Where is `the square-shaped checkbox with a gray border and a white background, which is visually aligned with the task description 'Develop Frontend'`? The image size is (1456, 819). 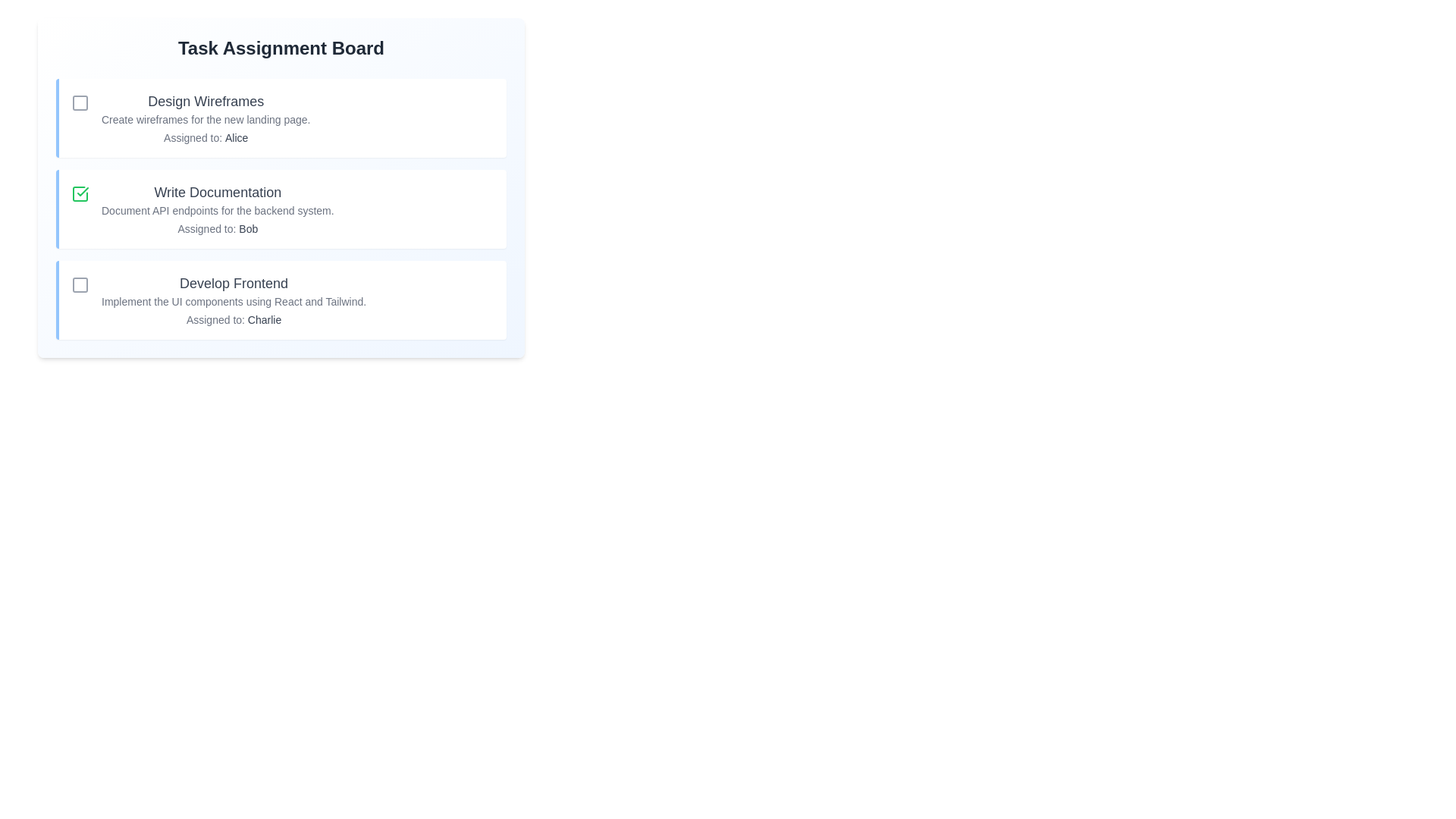
the square-shaped checkbox with a gray border and a white background, which is visually aligned with the task description 'Develop Frontend' is located at coordinates (79, 284).